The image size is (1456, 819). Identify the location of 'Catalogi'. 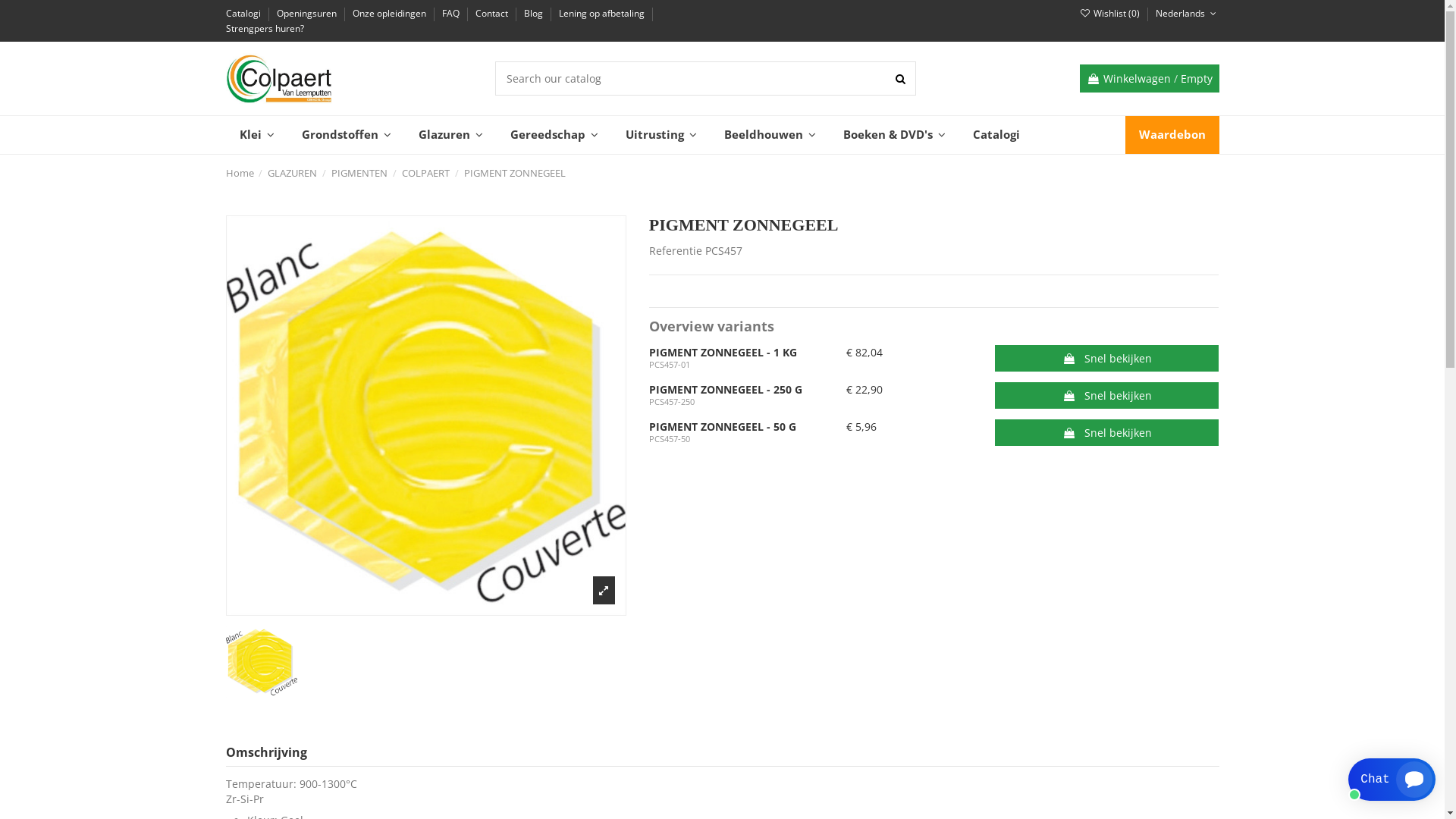
(244, 13).